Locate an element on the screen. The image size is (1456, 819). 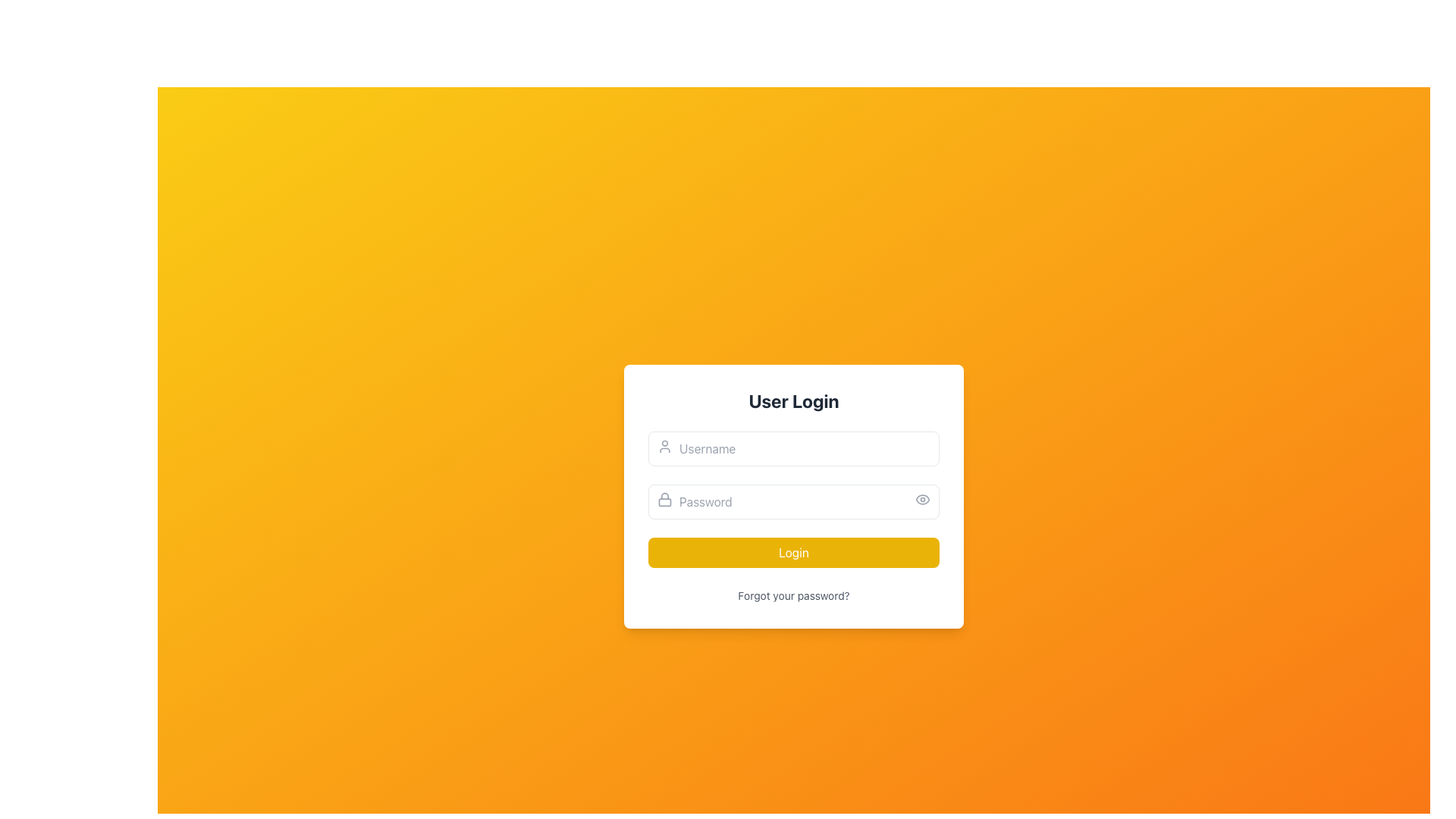
the password visibility toggle button located on the right side of the password input field under the 'User Login' heading is located at coordinates (922, 500).